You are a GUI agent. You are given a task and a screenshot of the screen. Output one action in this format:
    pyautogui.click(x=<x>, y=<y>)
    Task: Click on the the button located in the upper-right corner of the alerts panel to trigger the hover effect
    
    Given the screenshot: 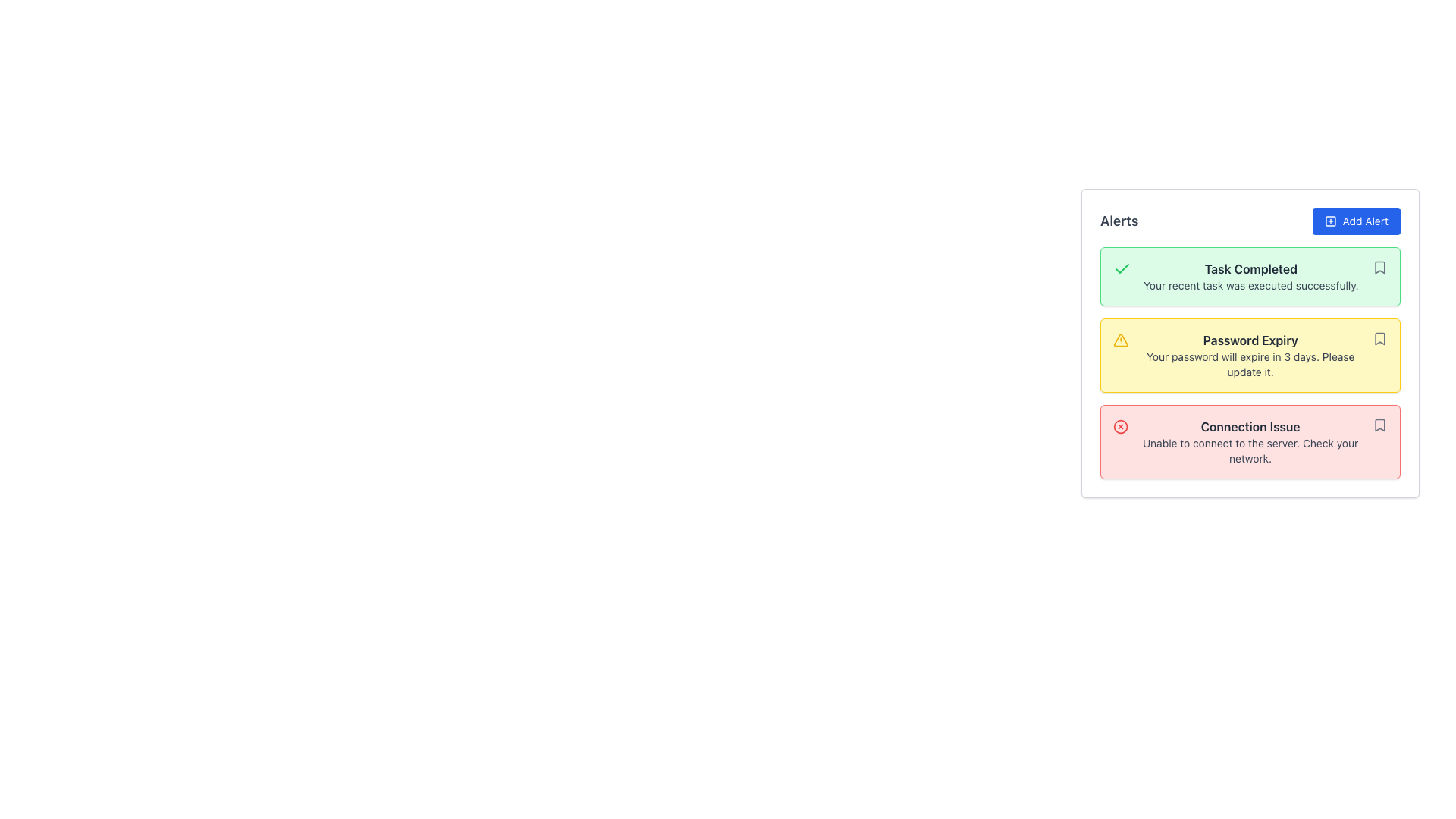 What is the action you would take?
    pyautogui.click(x=1356, y=221)
    